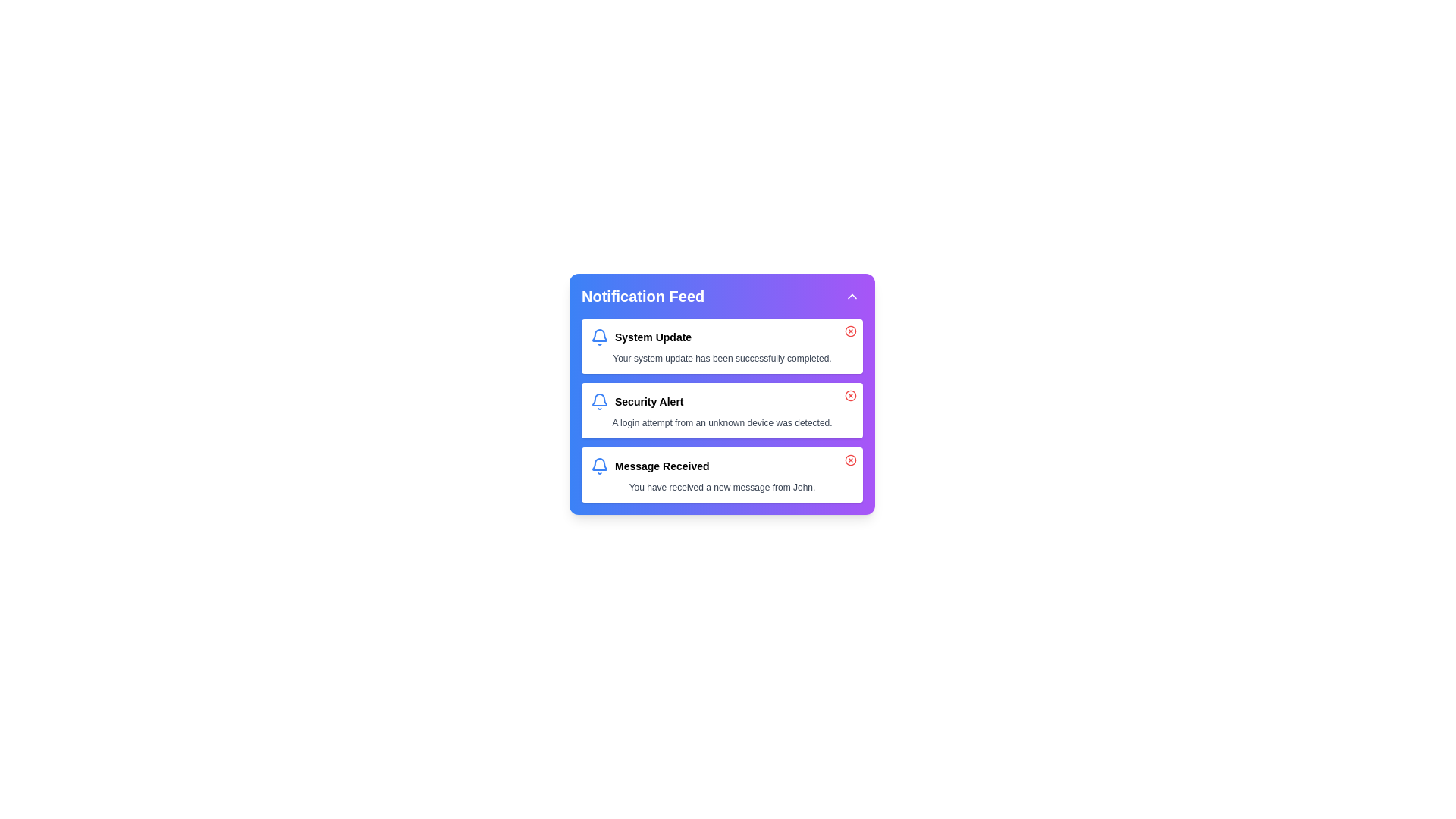 The width and height of the screenshot is (1456, 819). Describe the element at coordinates (721, 394) in the screenshot. I see `the second notification card in the feed widget that displays a security alert notification` at that location.